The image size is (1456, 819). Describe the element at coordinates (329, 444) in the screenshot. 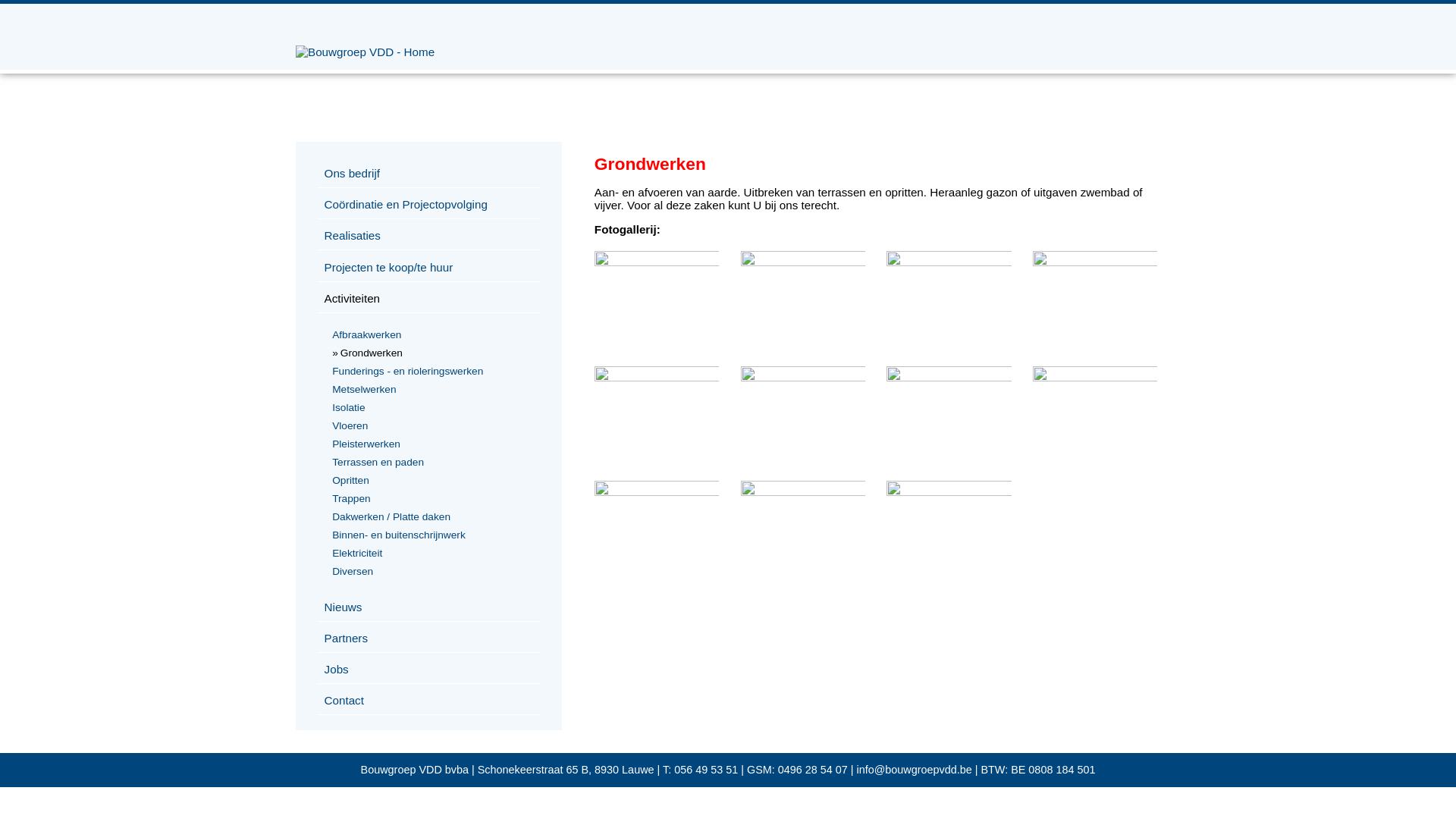

I see `'Pleisterwerken'` at that location.